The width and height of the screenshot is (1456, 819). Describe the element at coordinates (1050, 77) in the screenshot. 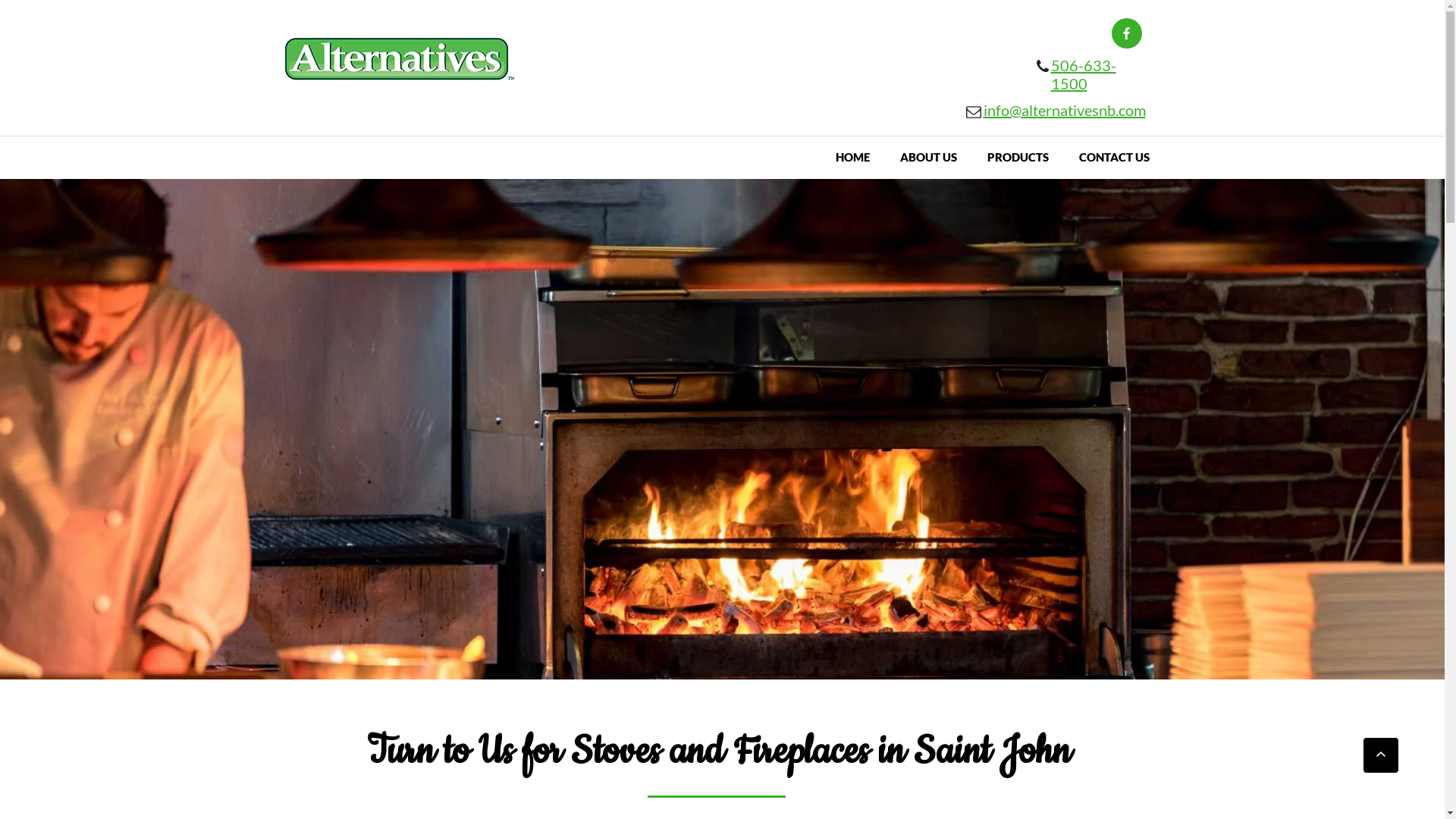

I see `'506-633-1500'` at that location.